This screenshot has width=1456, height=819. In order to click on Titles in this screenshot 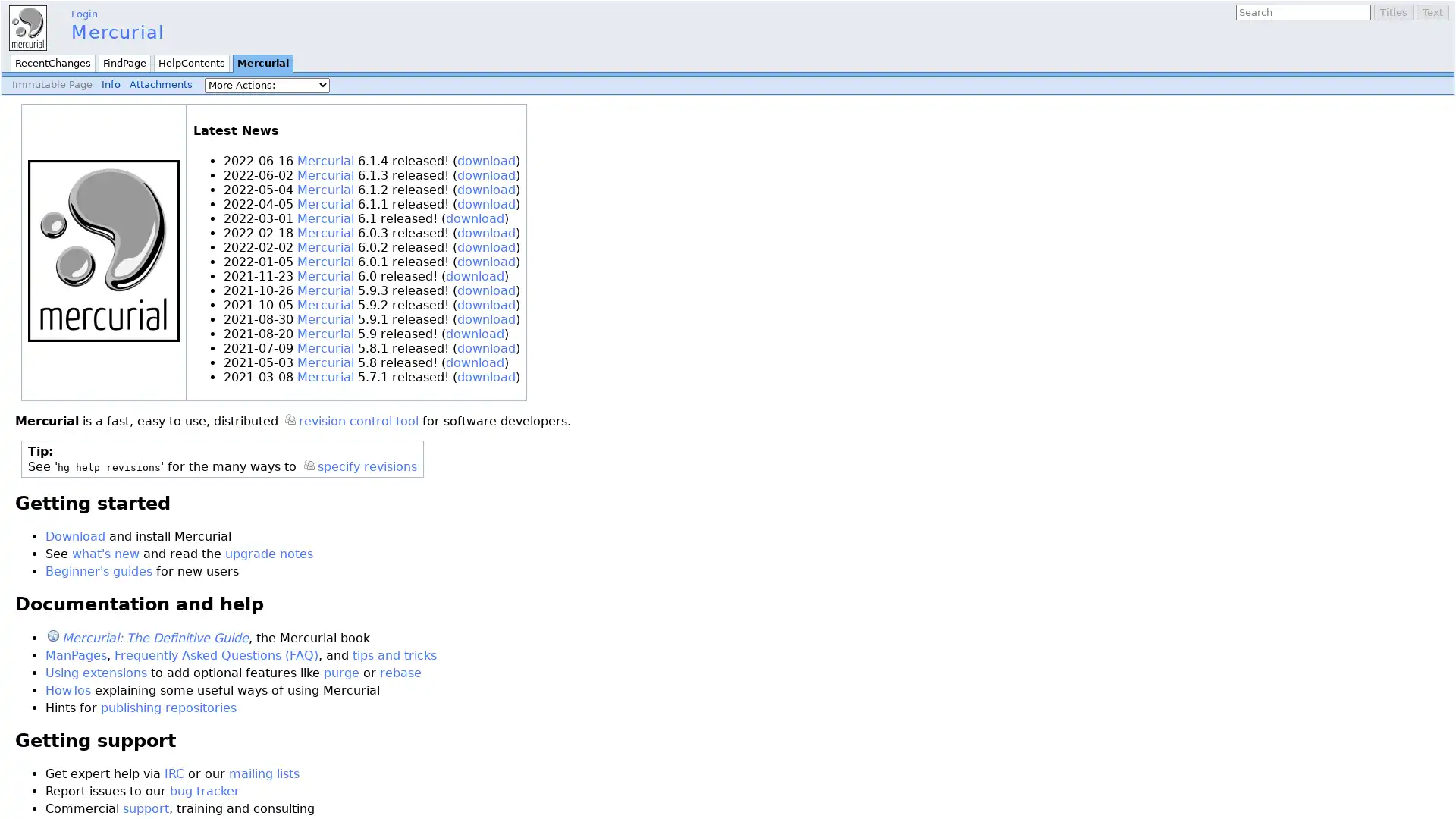, I will do `click(1394, 12)`.